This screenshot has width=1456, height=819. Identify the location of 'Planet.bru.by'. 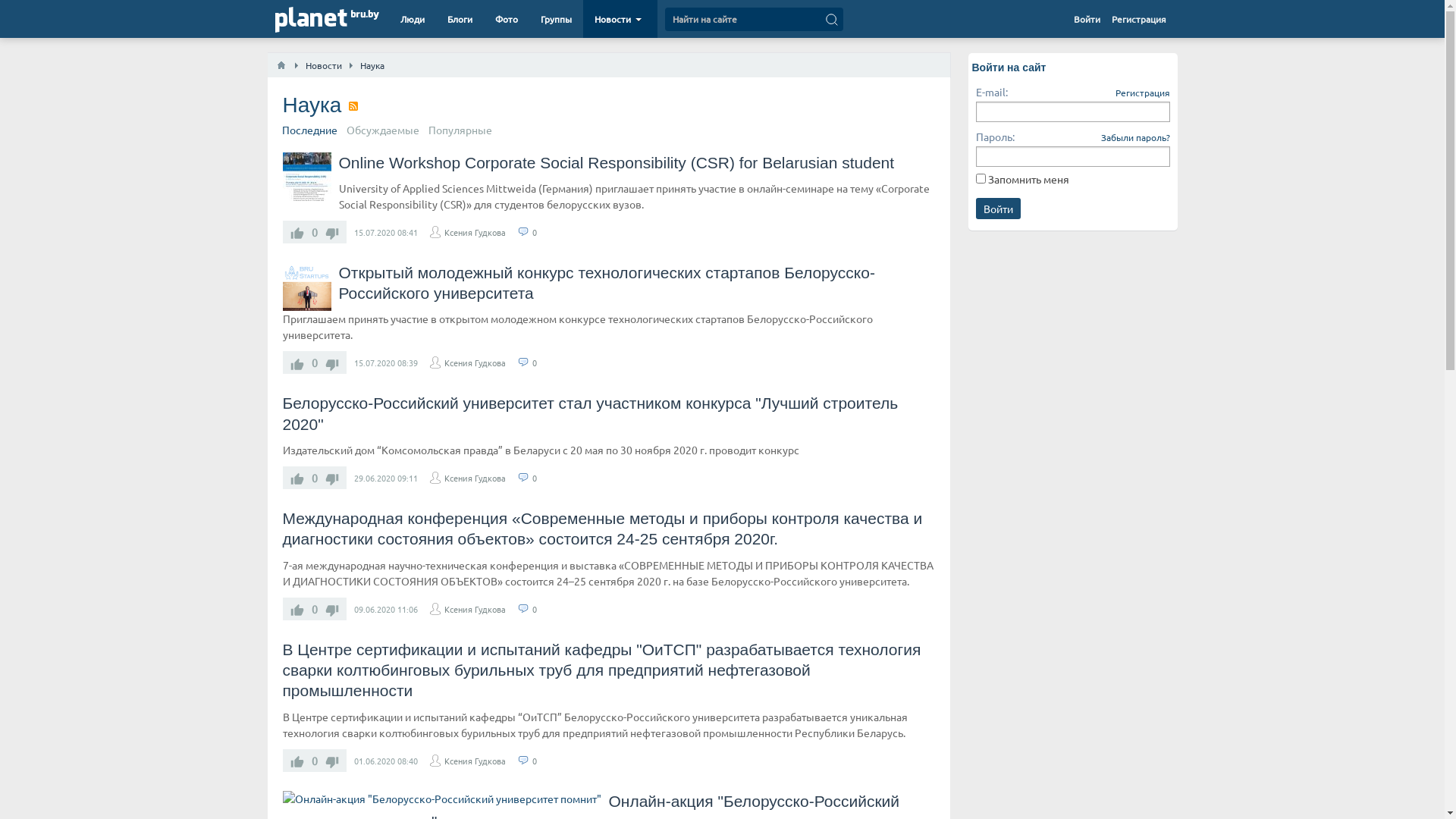
(309, 20).